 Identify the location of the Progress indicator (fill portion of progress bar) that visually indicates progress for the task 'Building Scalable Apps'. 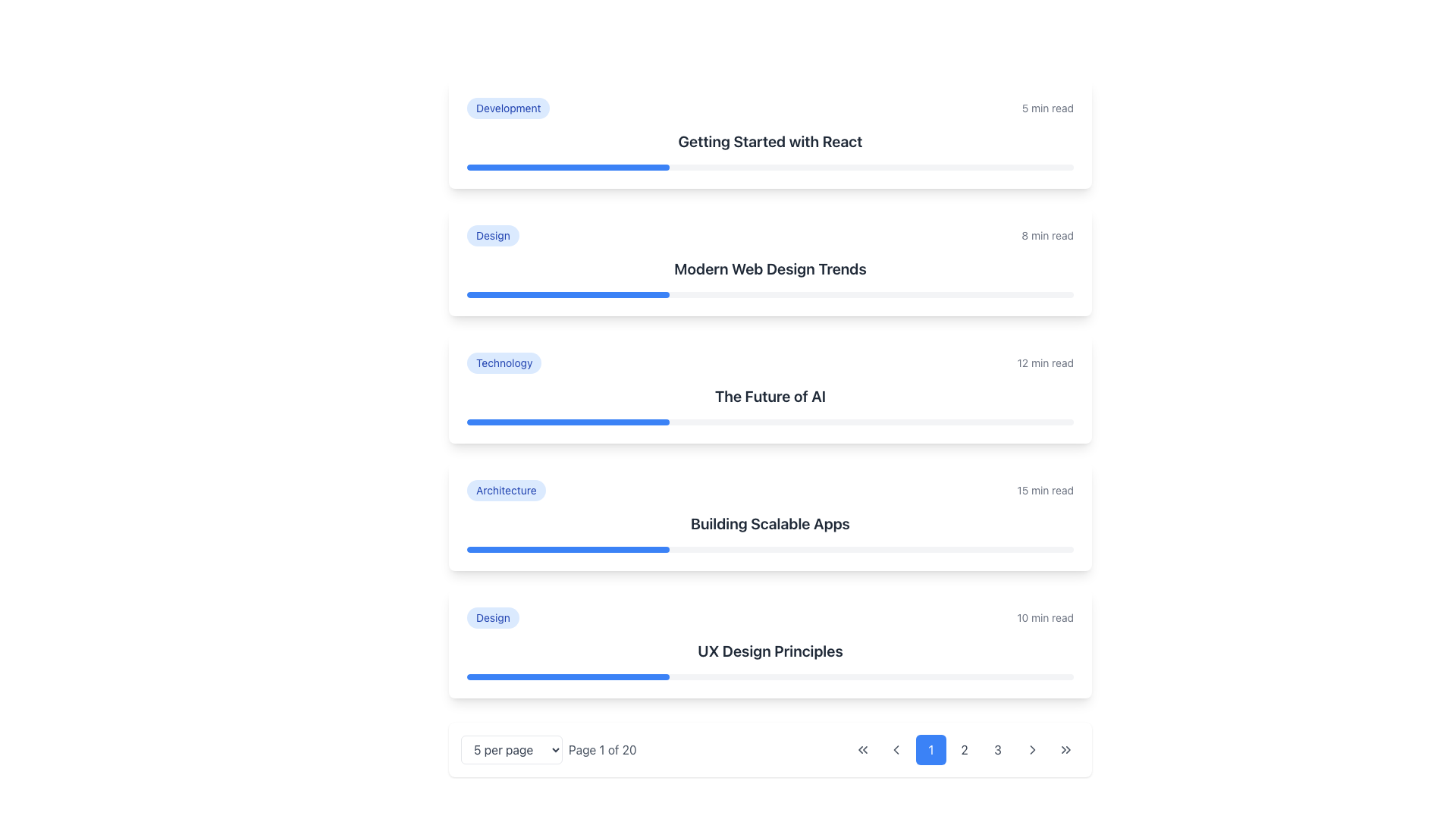
(567, 550).